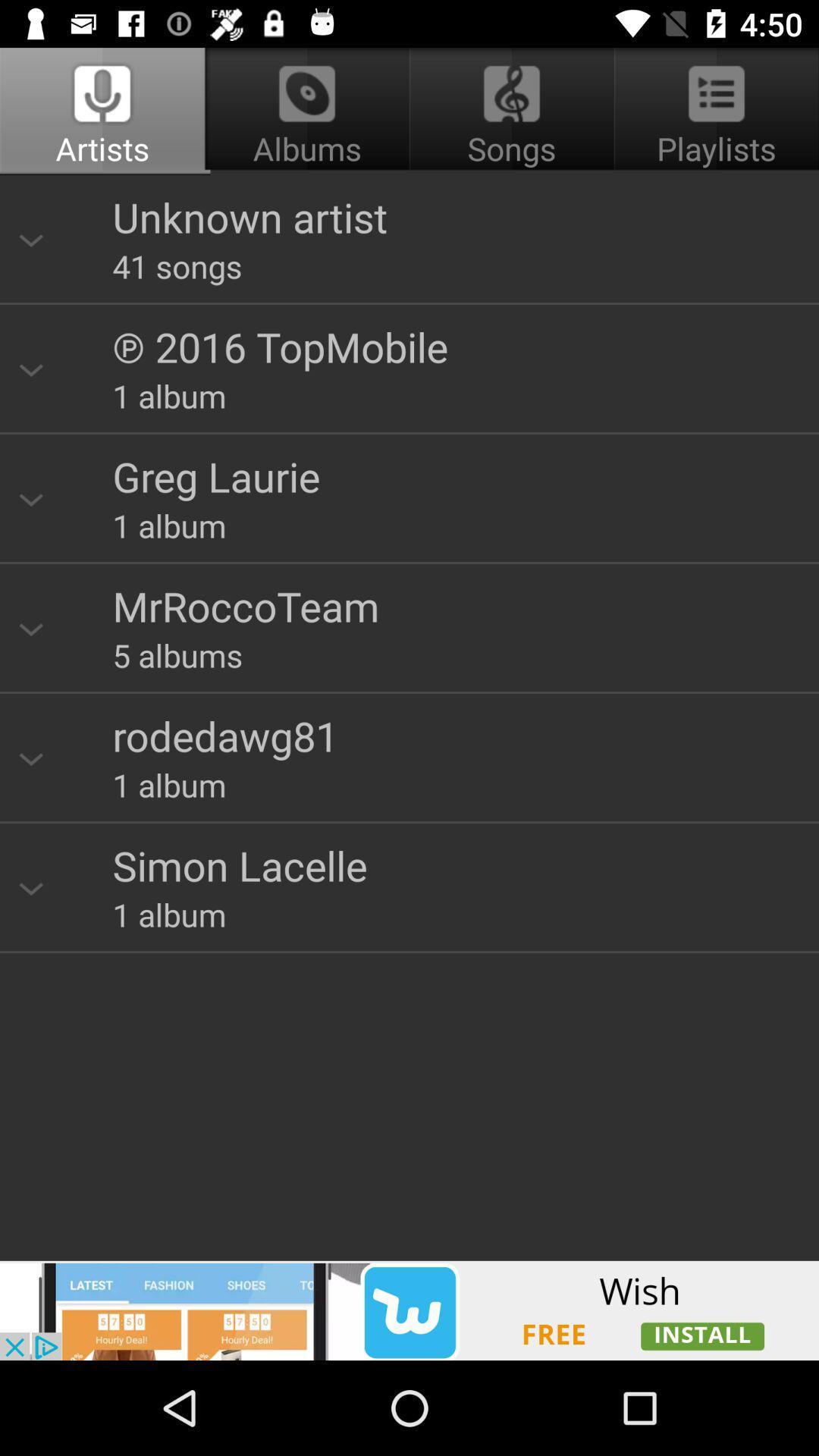 The image size is (819, 1456). Describe the element at coordinates (409, 1310) in the screenshot. I see `open advertisement` at that location.